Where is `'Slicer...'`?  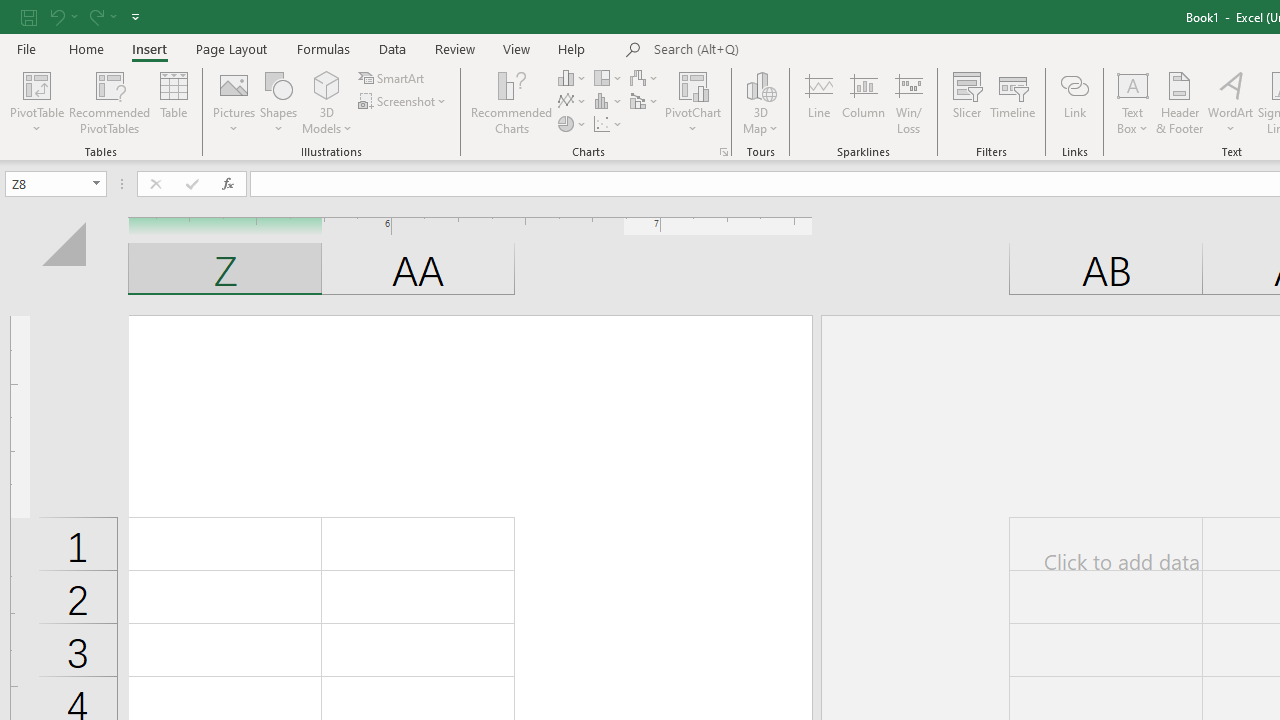 'Slicer...' is located at coordinates (967, 103).